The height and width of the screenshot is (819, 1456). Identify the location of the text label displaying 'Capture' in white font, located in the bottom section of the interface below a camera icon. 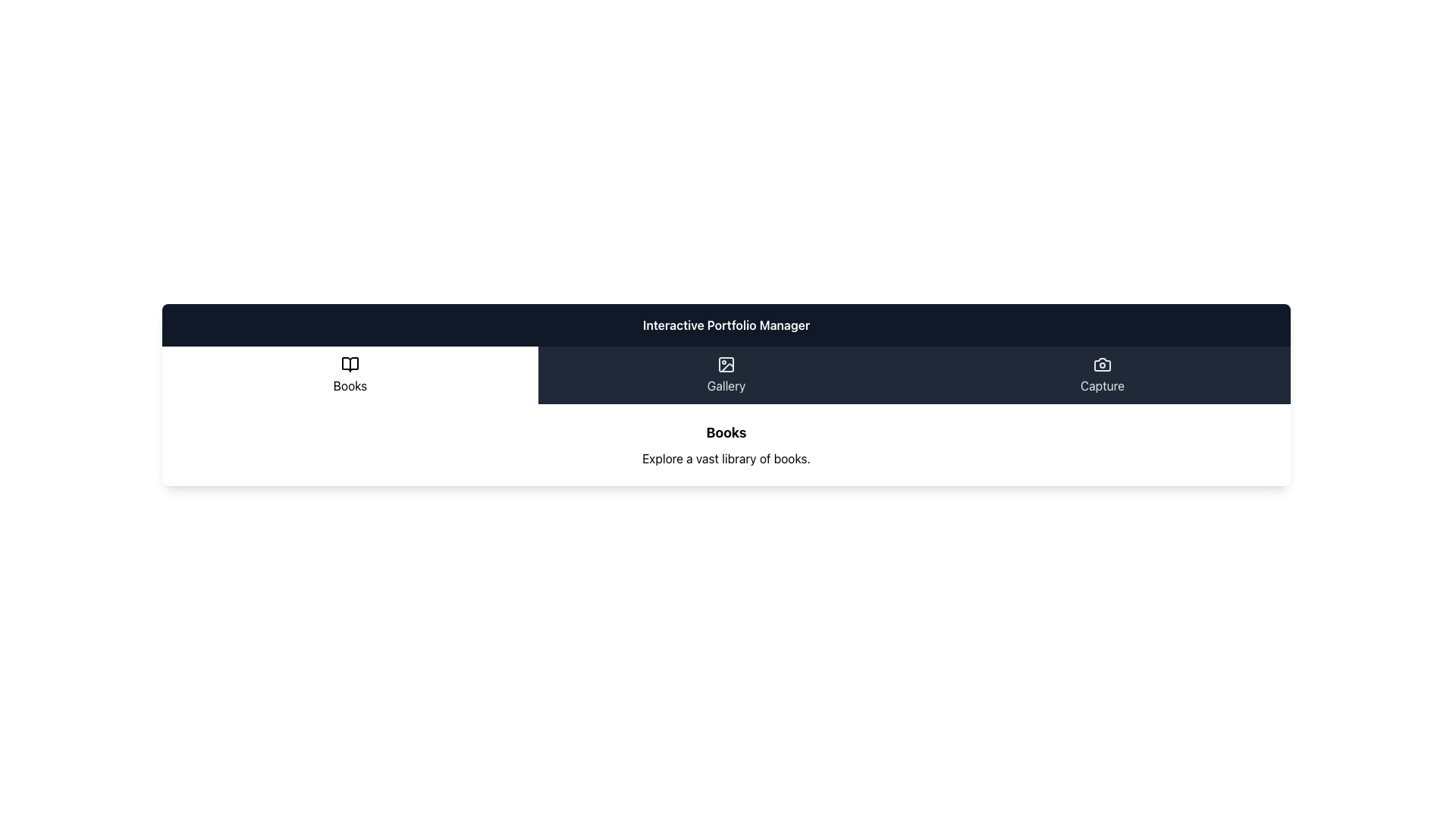
(1103, 385).